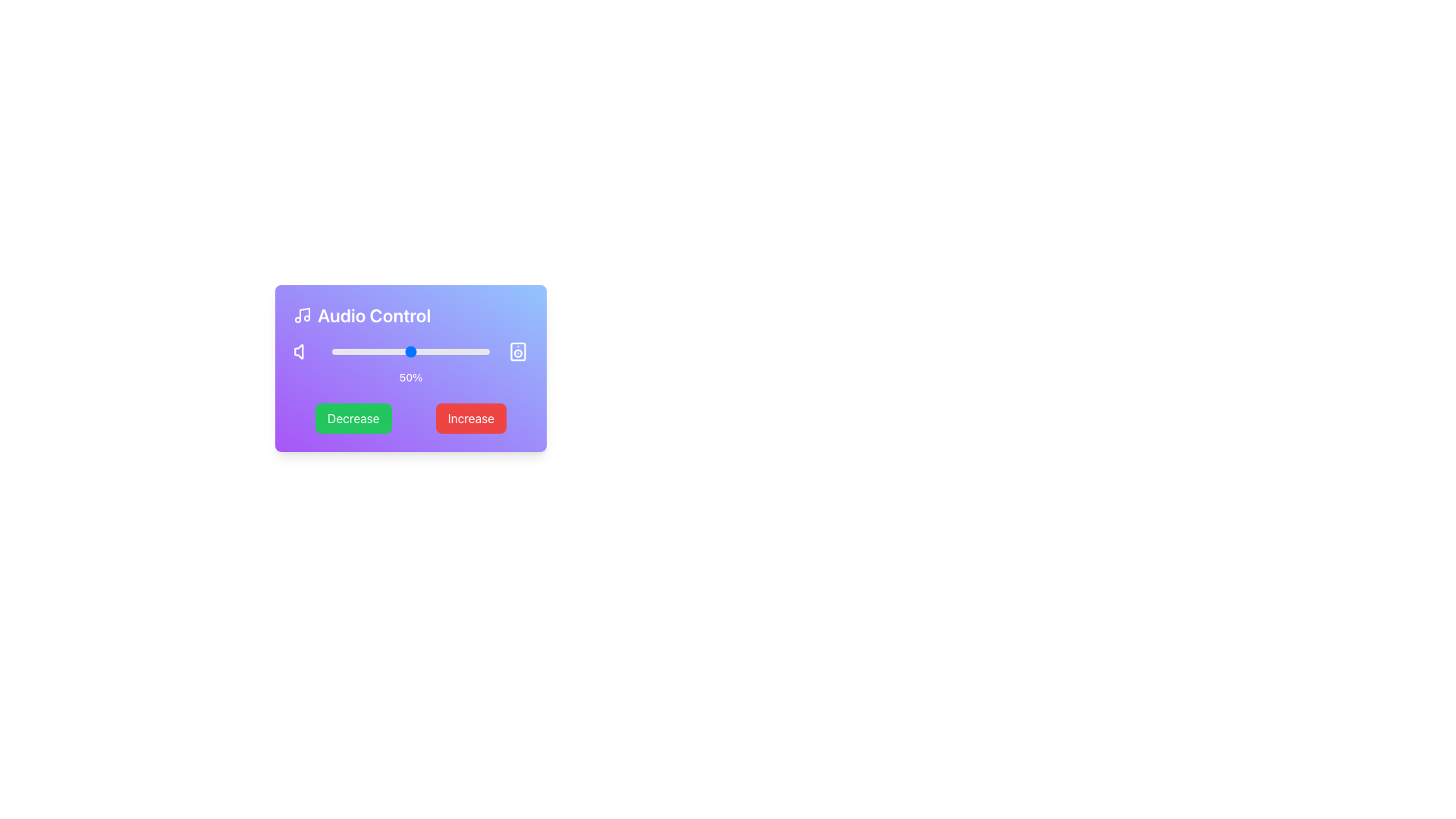  What do you see at coordinates (419, 351) in the screenshot?
I see `the slider` at bounding box center [419, 351].